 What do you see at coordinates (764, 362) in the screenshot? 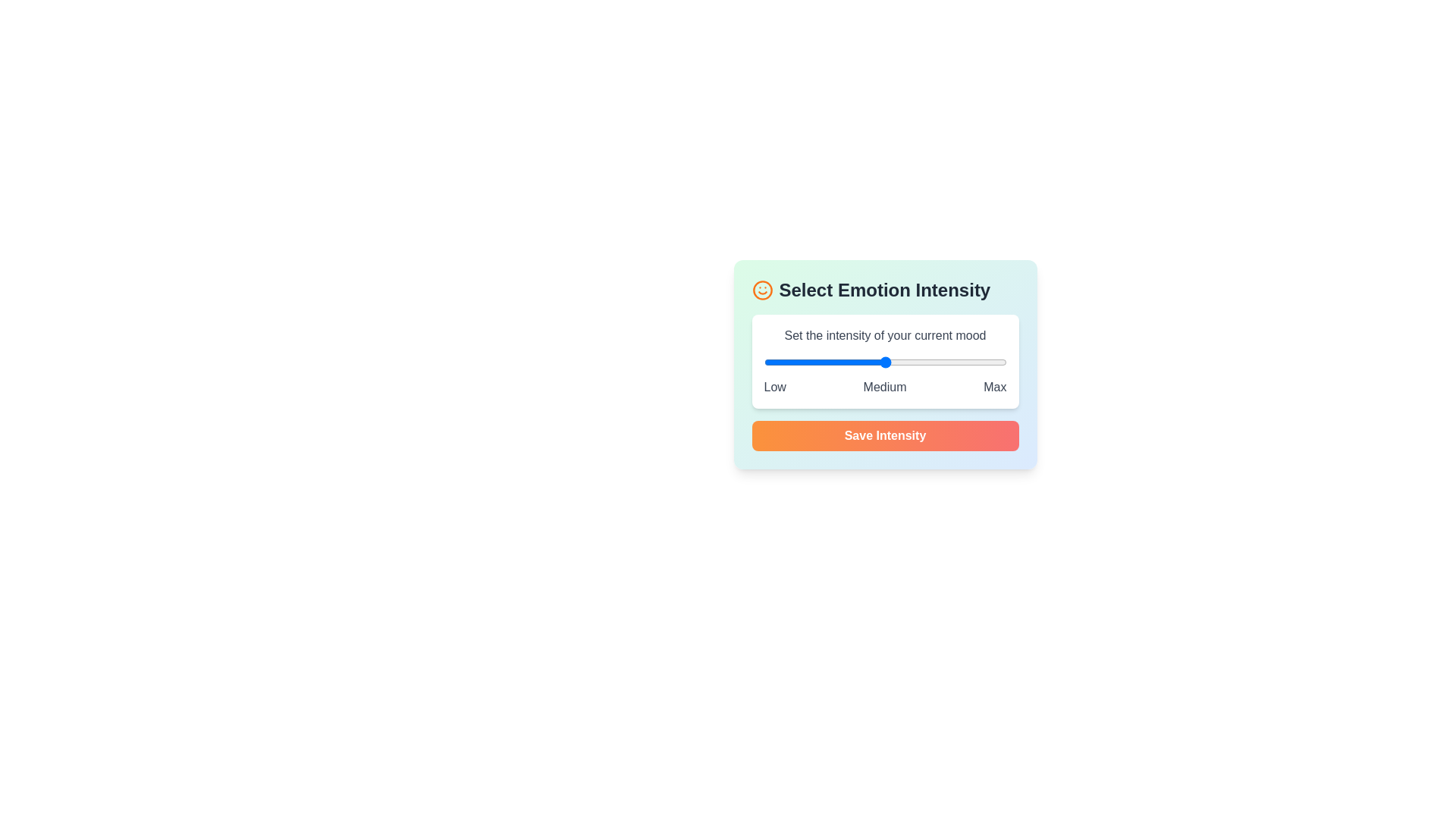
I see `the intensity slider to set the mood level to 1` at bounding box center [764, 362].